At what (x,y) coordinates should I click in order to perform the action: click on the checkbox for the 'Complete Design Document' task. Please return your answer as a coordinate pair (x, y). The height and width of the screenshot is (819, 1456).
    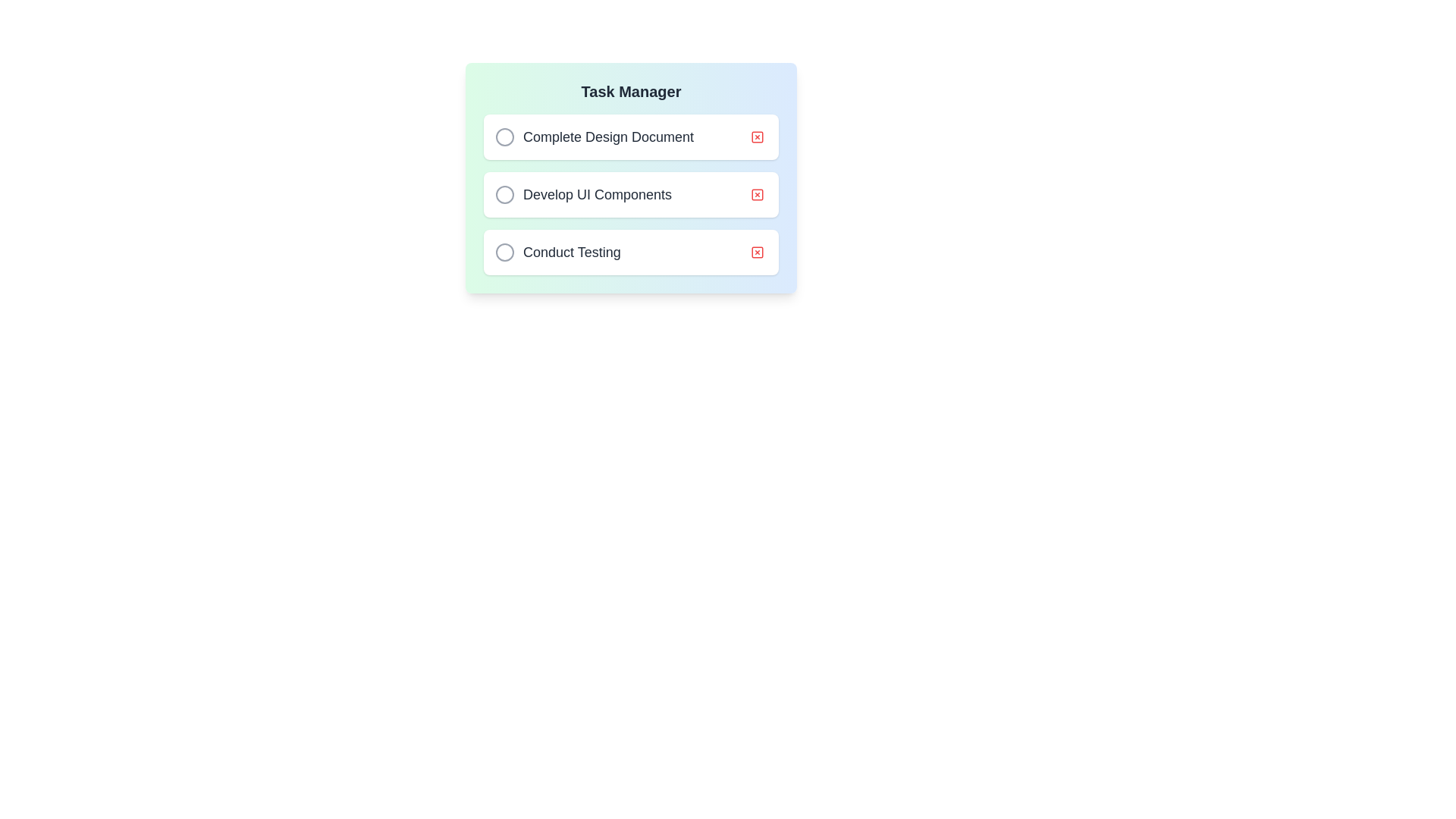
    Looking at the image, I should click on (505, 137).